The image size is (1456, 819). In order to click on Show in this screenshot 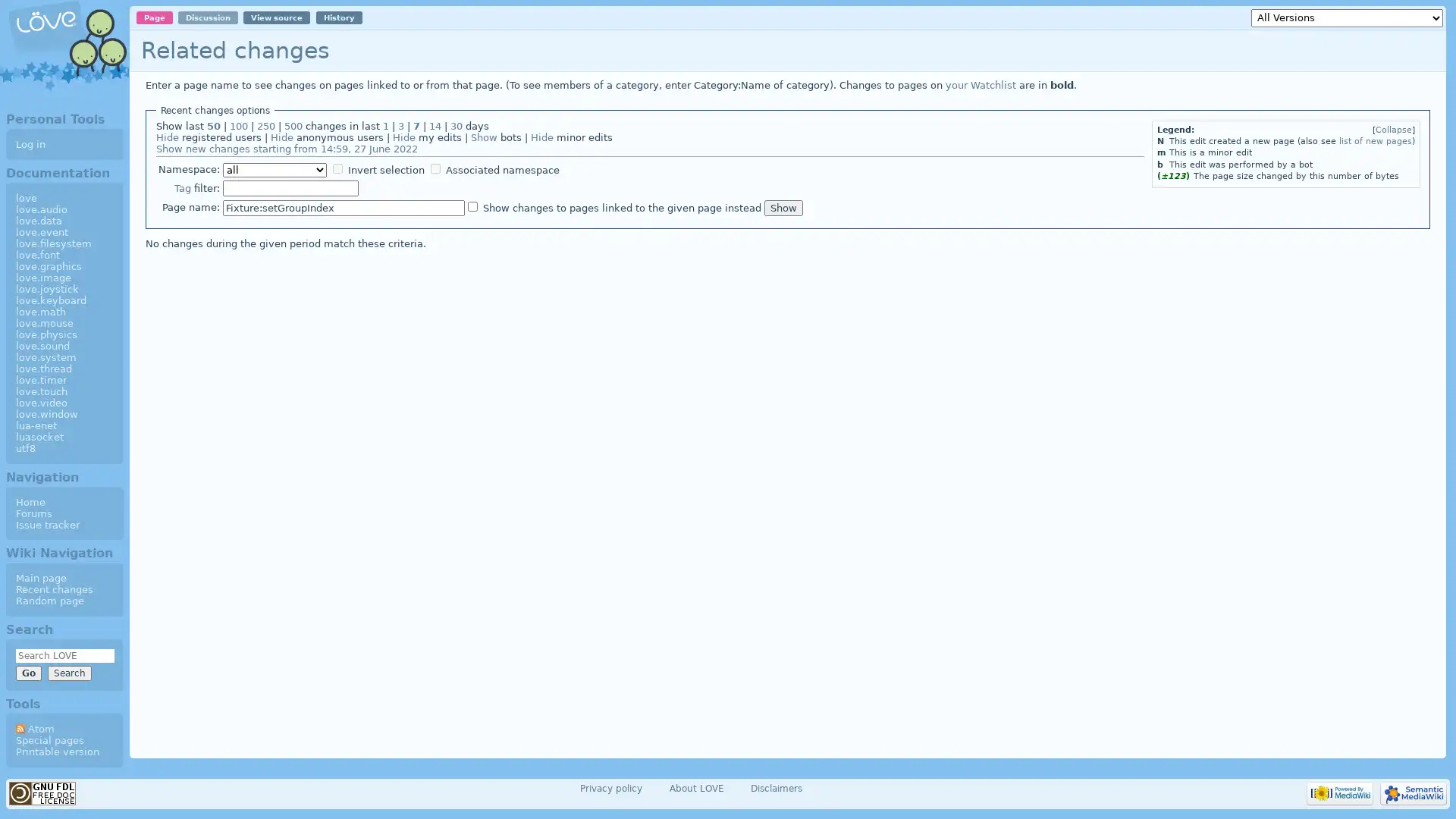, I will do `click(783, 207)`.